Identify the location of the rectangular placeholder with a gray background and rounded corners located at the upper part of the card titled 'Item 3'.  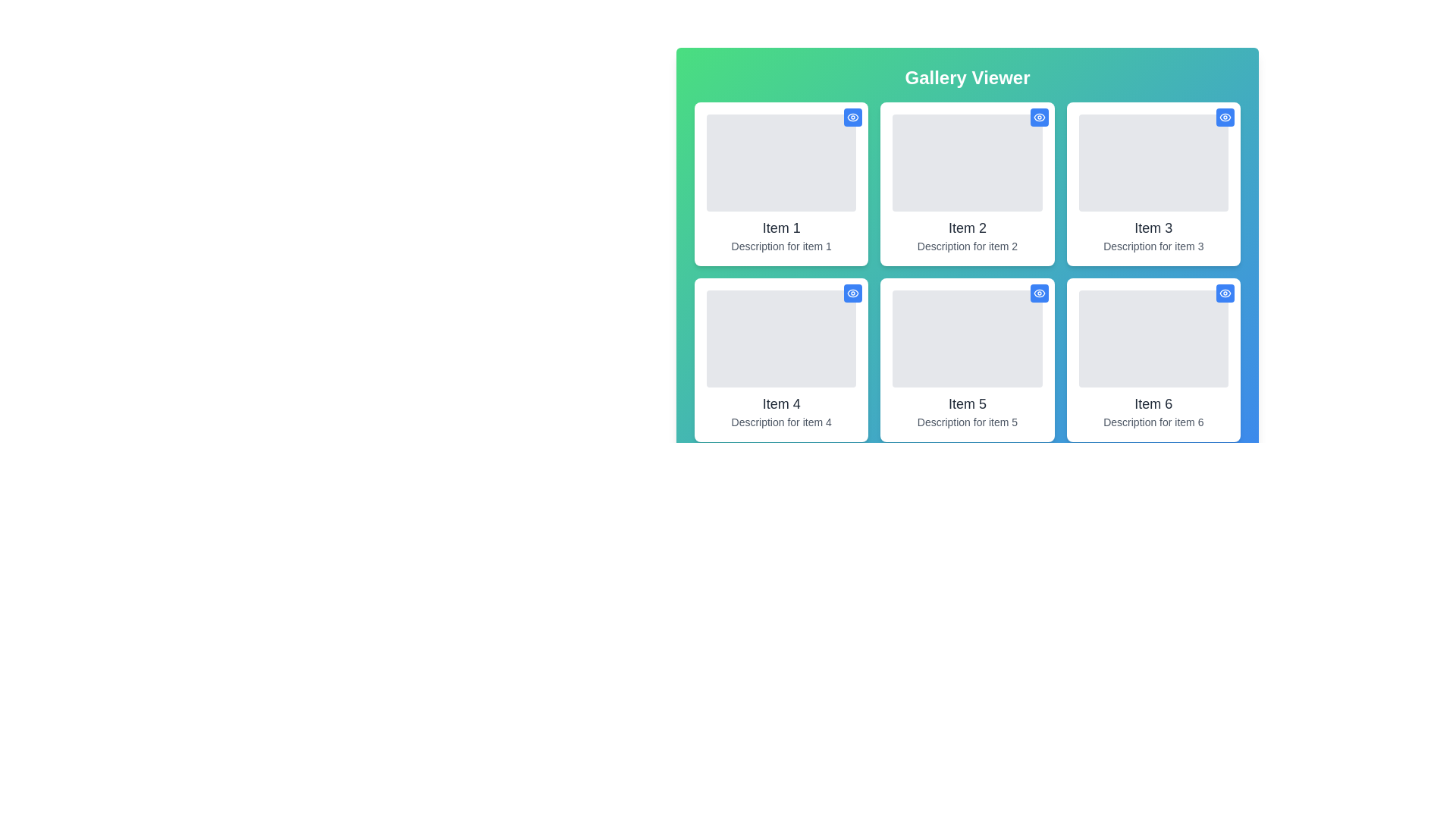
(1153, 163).